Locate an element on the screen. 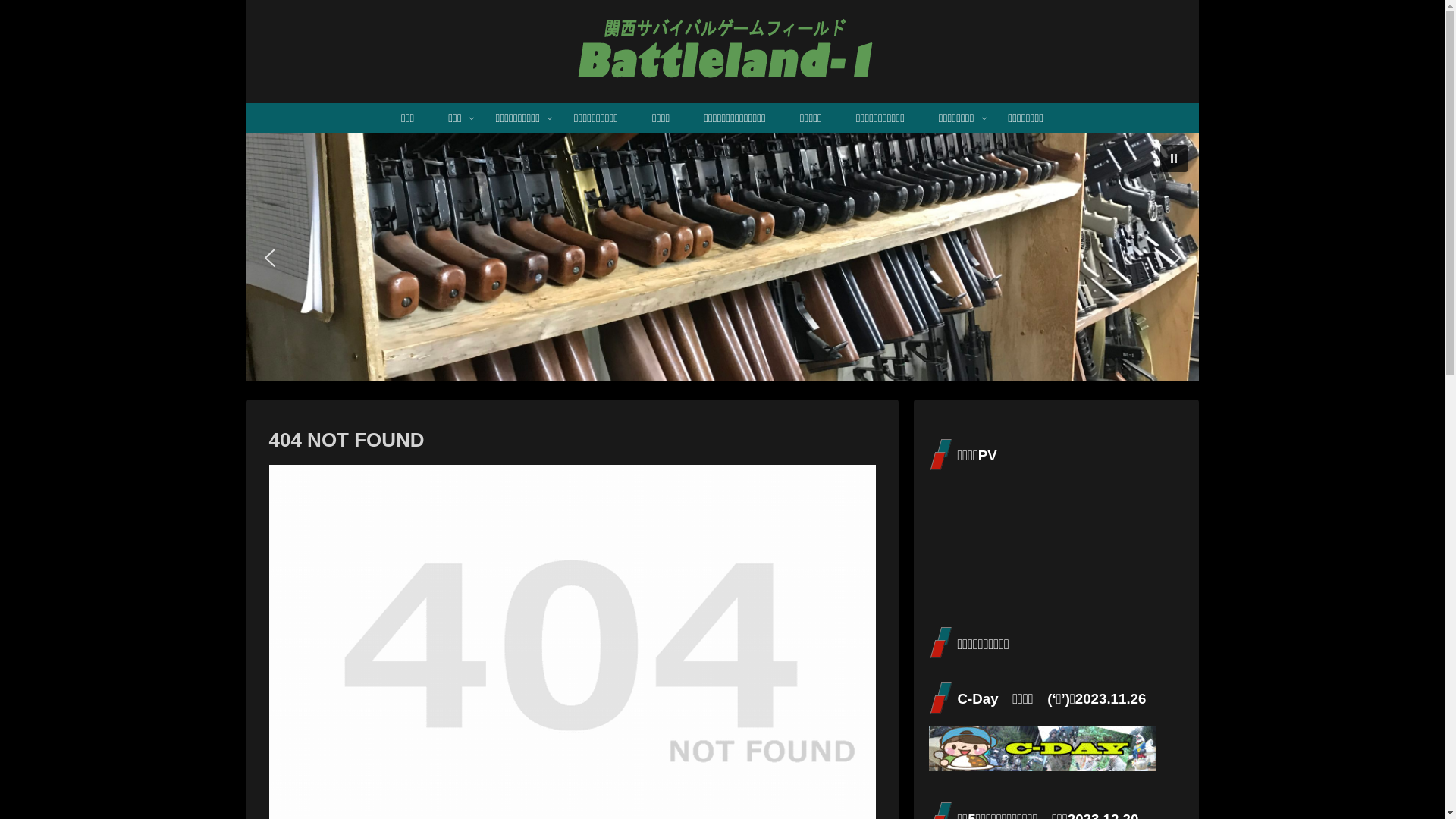 This screenshot has height=819, width=1456. 'YouTube video player' is located at coordinates (1040, 538).